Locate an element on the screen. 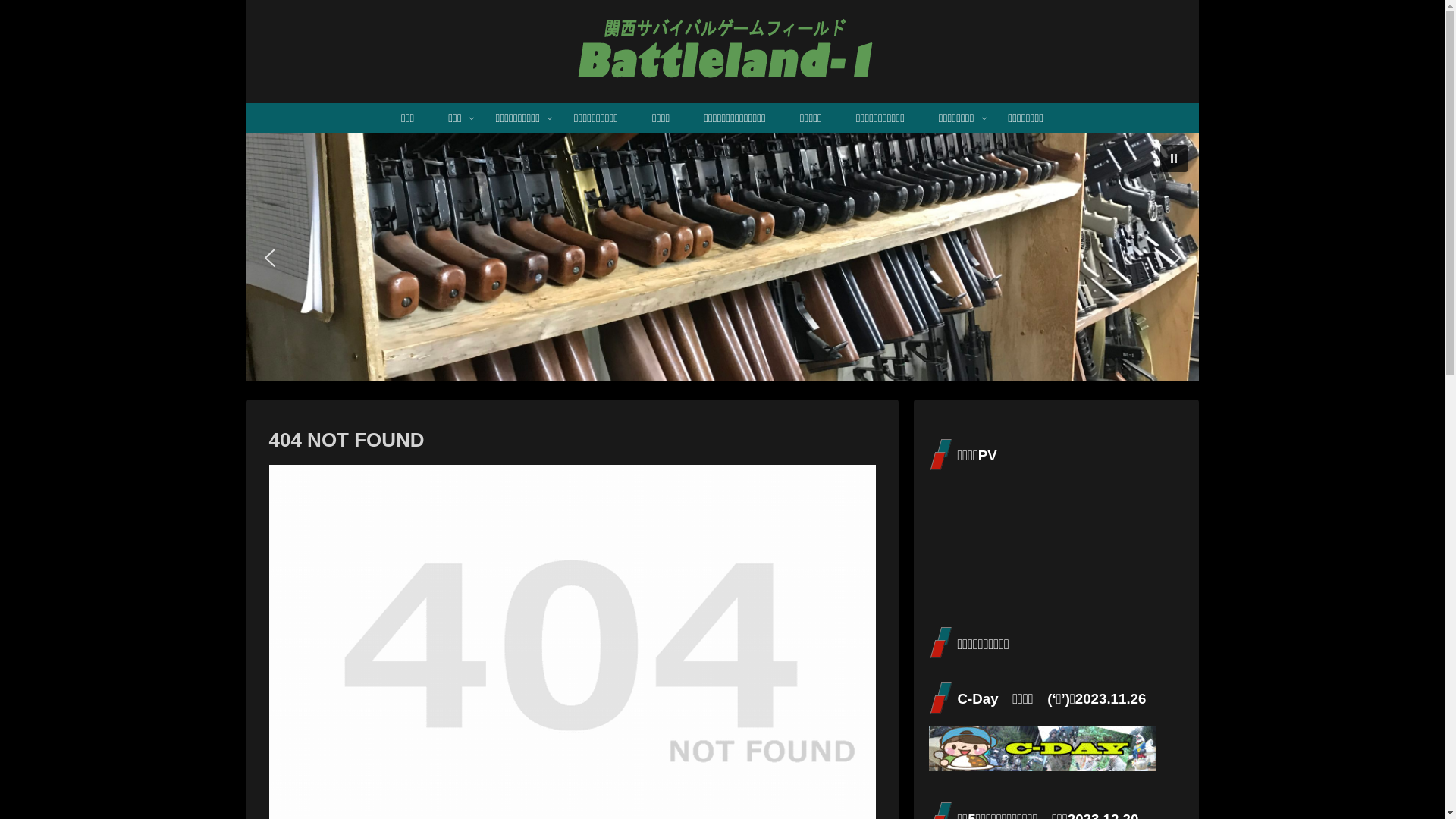 This screenshot has height=819, width=1456. 'YouTube video player' is located at coordinates (1040, 538).